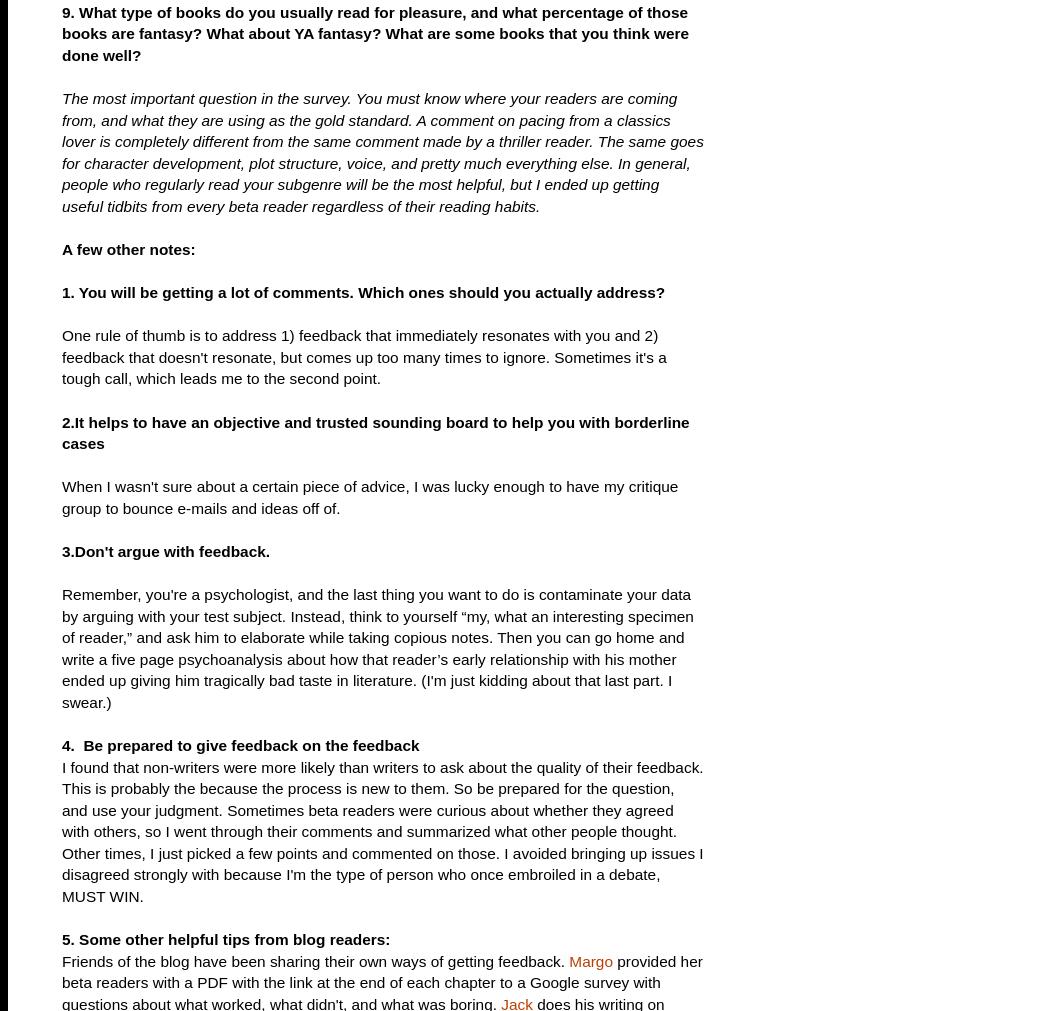 The height and width of the screenshot is (1011, 1058). Describe the element at coordinates (375, 431) in the screenshot. I see `'2.It helps to have an objective and trusted sounding board to help you with borderline cases'` at that location.